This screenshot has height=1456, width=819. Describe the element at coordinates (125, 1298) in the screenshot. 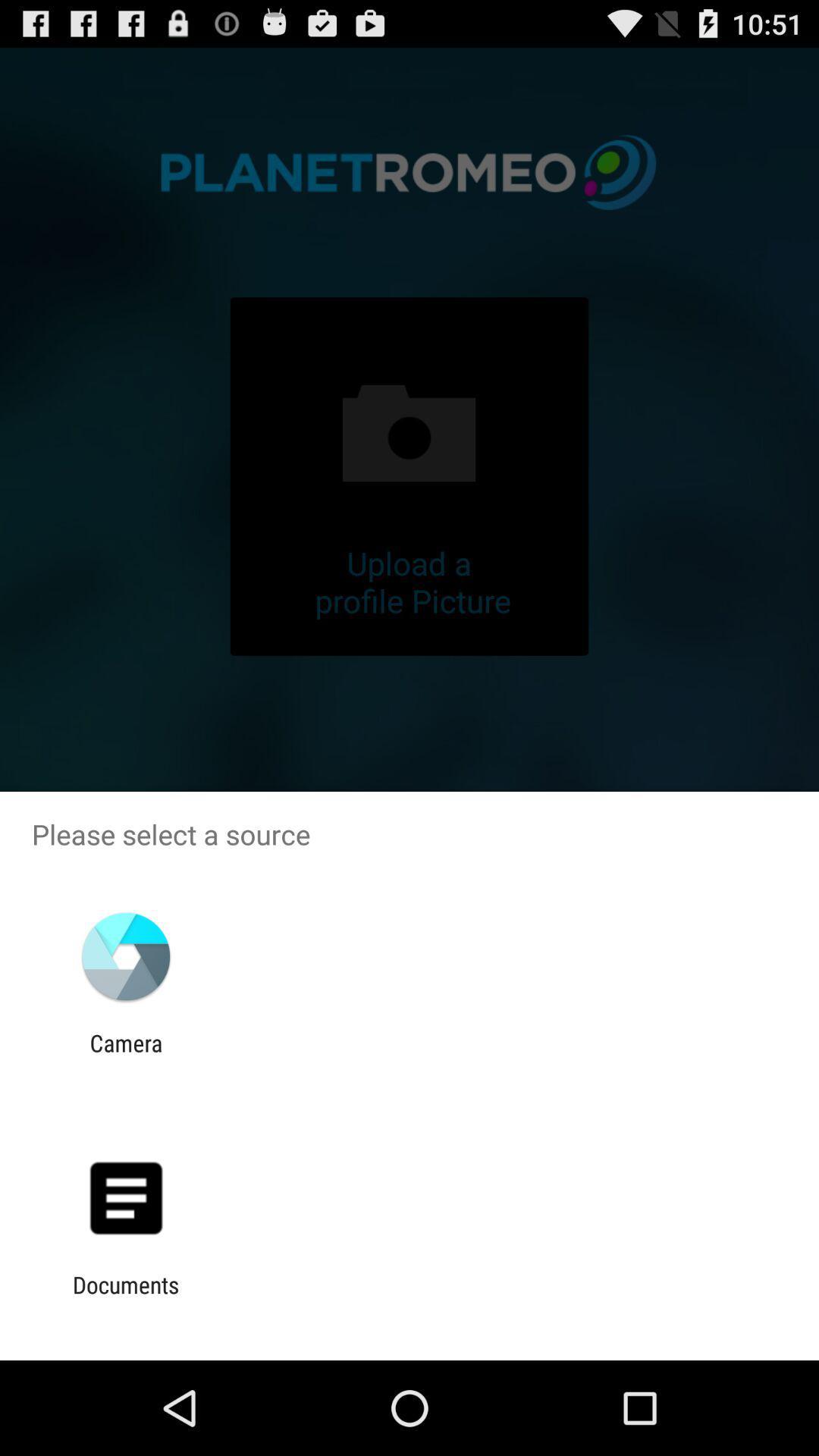

I see `documents item` at that location.